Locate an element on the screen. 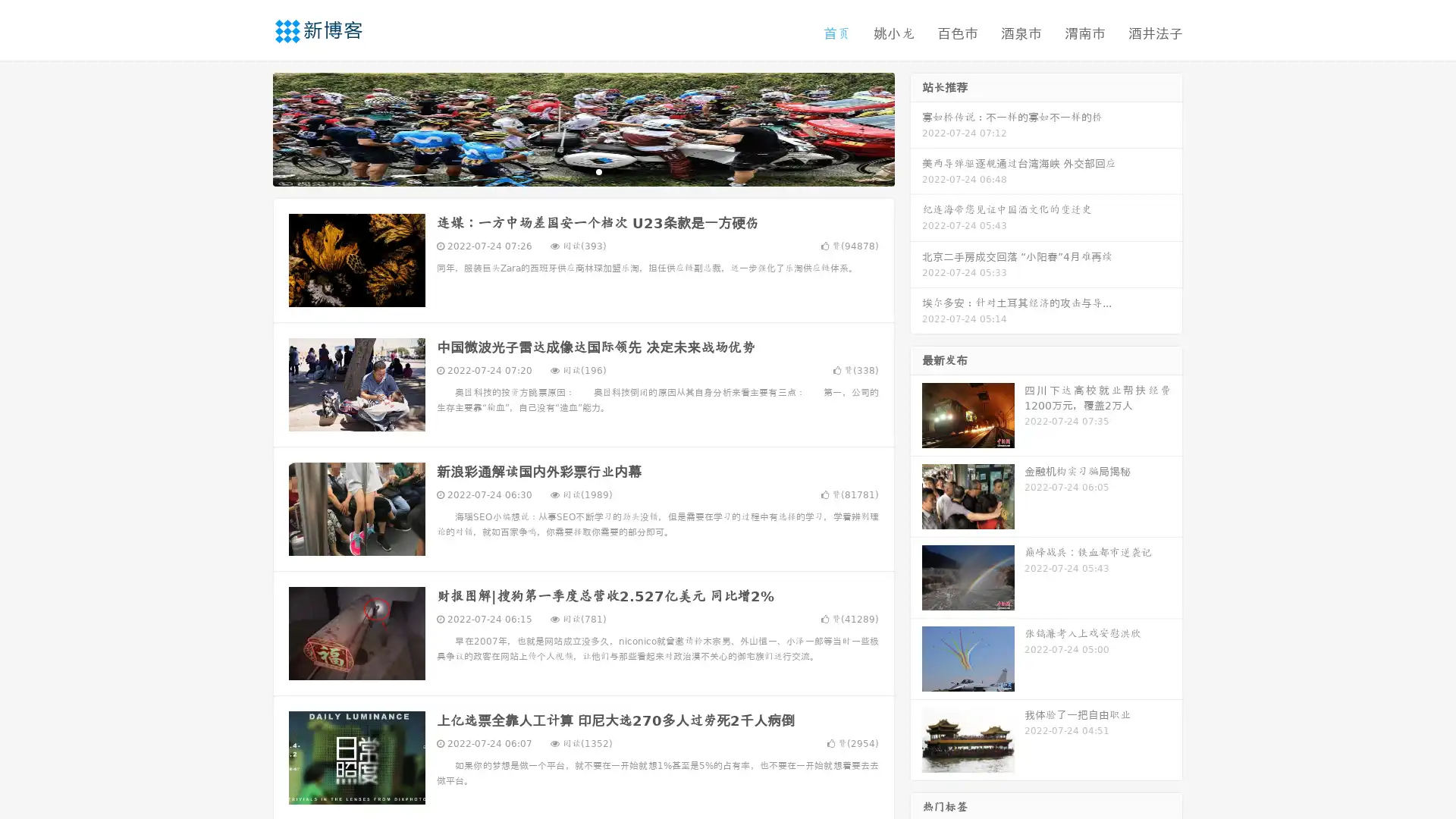  Previous slide is located at coordinates (250, 127).